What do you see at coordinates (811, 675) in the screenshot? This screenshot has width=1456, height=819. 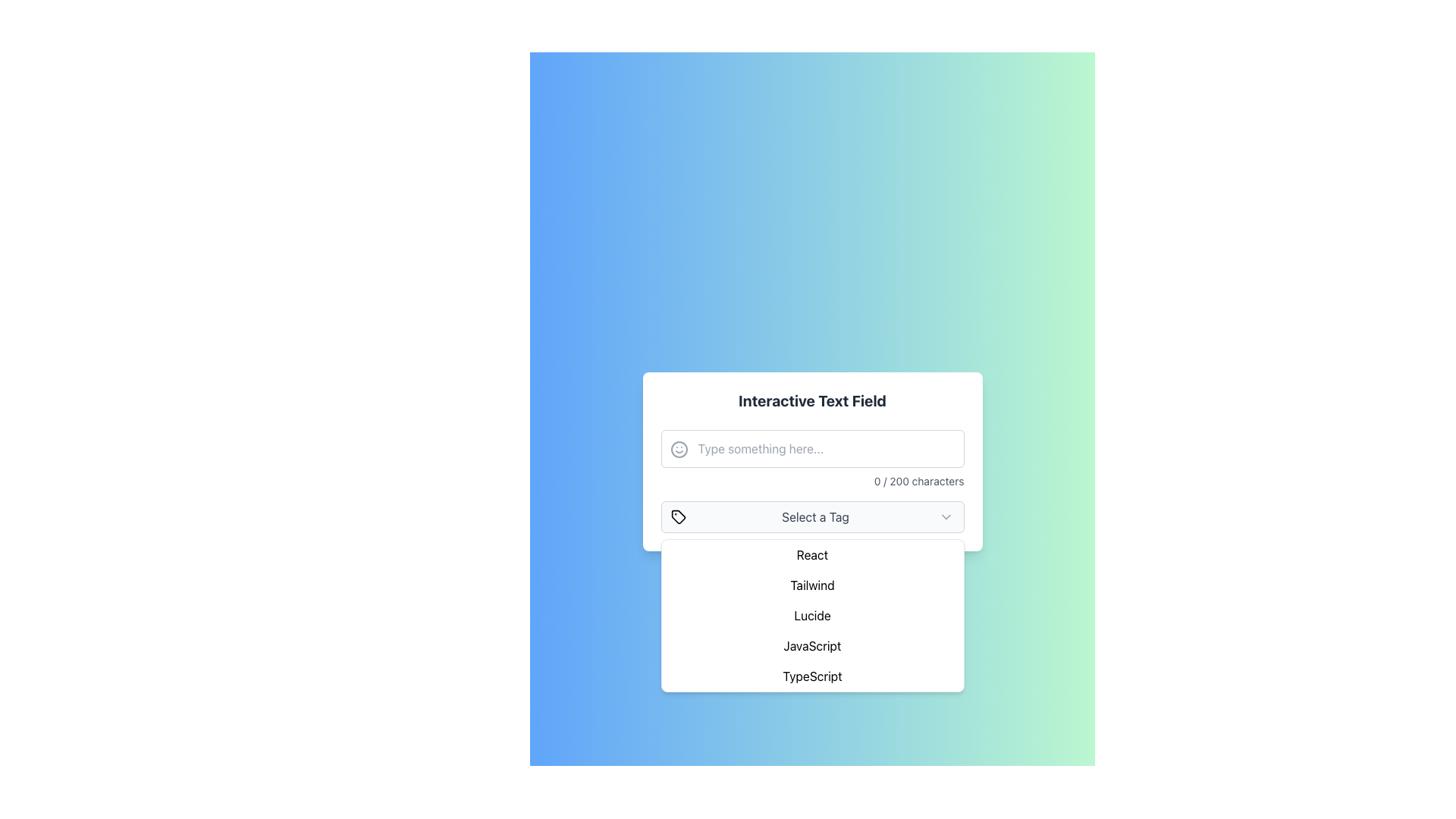 I see `the 'TypeScript' dropdown menu item, which is the fifth item in the dropdown list under the 'Select a Tag' button` at bounding box center [811, 675].